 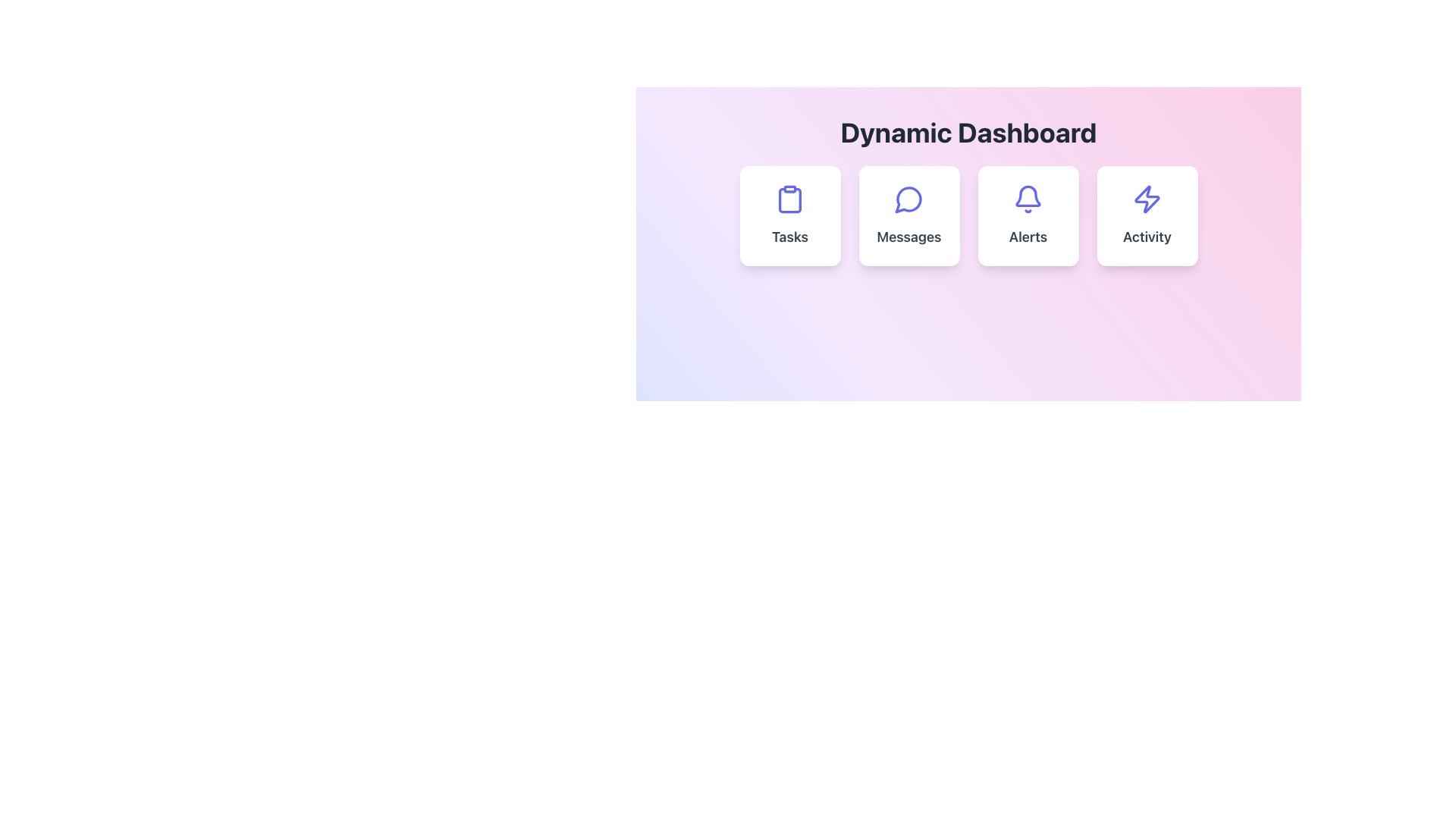 What do you see at coordinates (1147, 198) in the screenshot?
I see `the 'Activity' icon located in the top right of the interface beneath the 'Dynamic Dashboard' title` at bounding box center [1147, 198].